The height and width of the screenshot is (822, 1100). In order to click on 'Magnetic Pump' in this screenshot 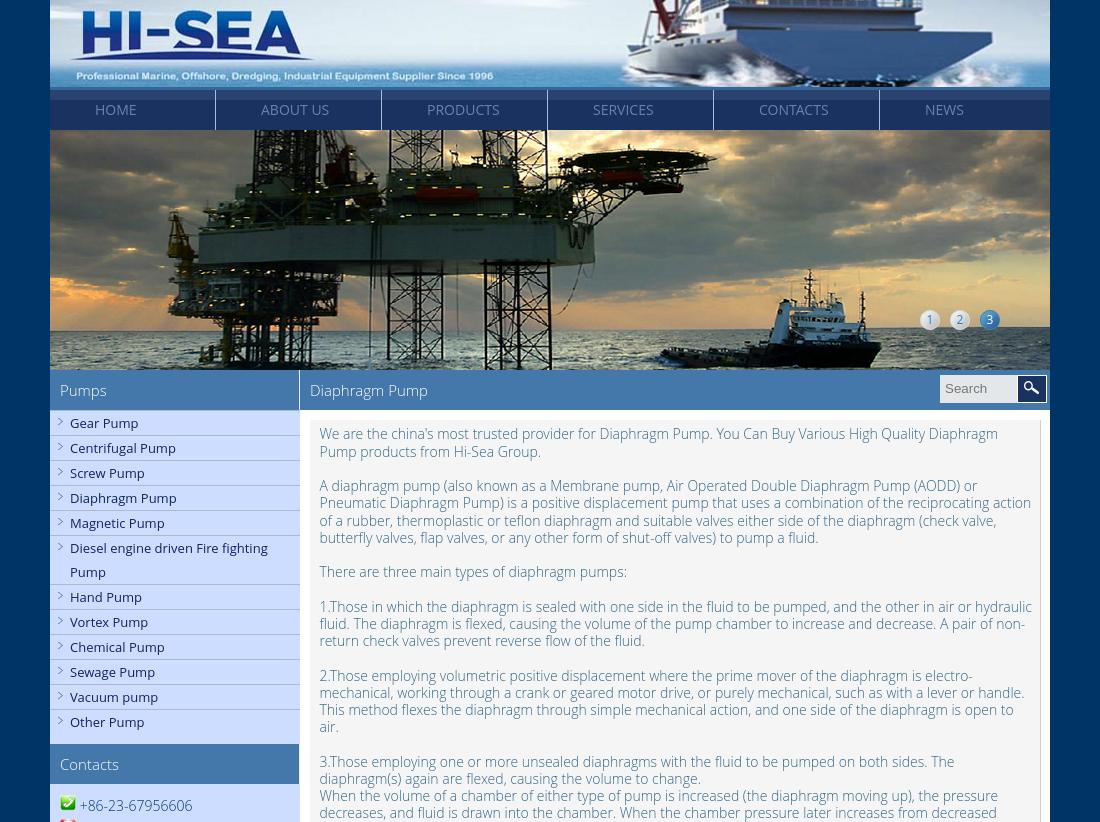, I will do `click(117, 522)`.